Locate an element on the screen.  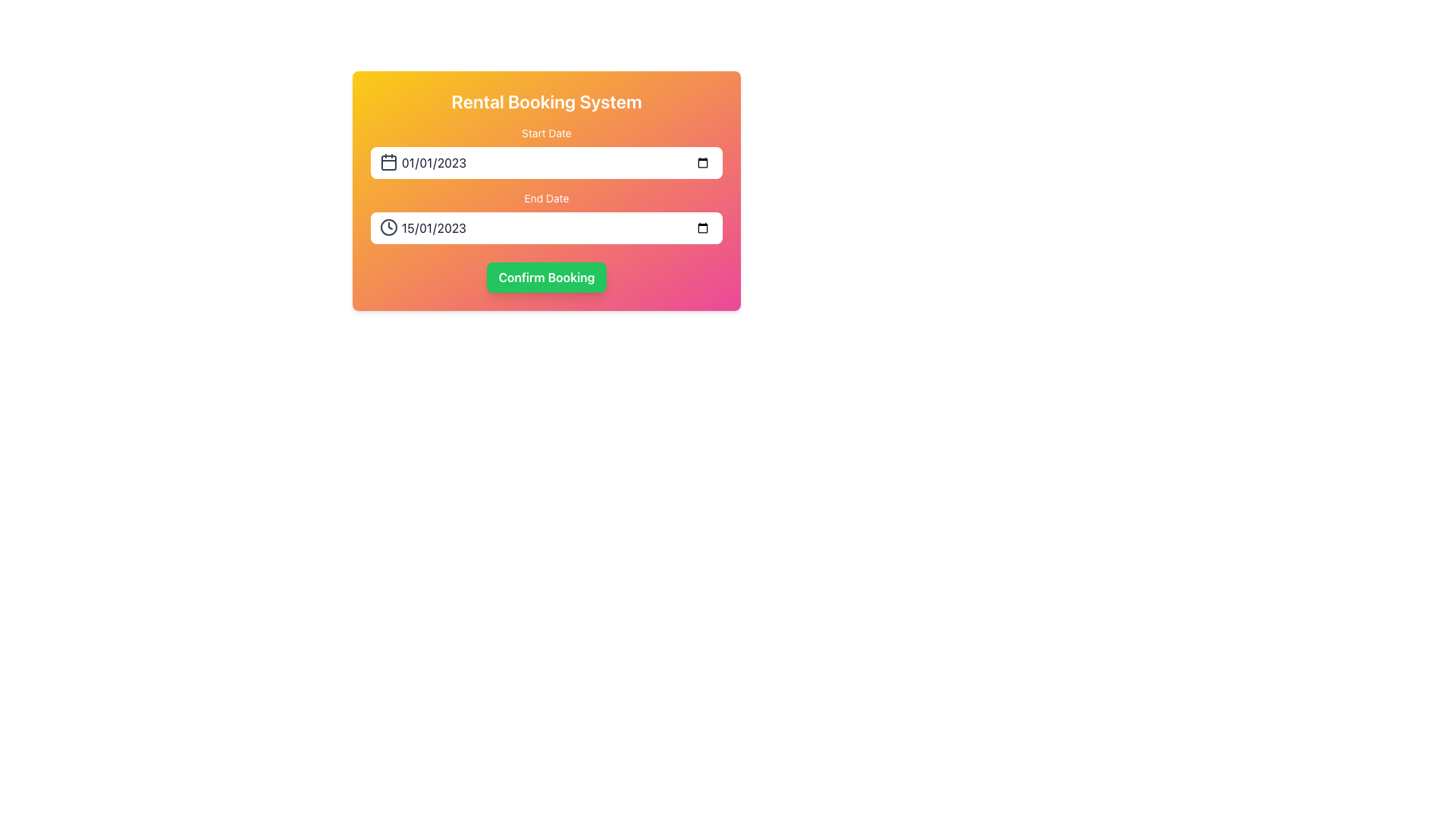
the calendar icon located to the left of the 'Start Date' input box, which features a square shape with rounded corners and a calendar grid inside is located at coordinates (389, 162).